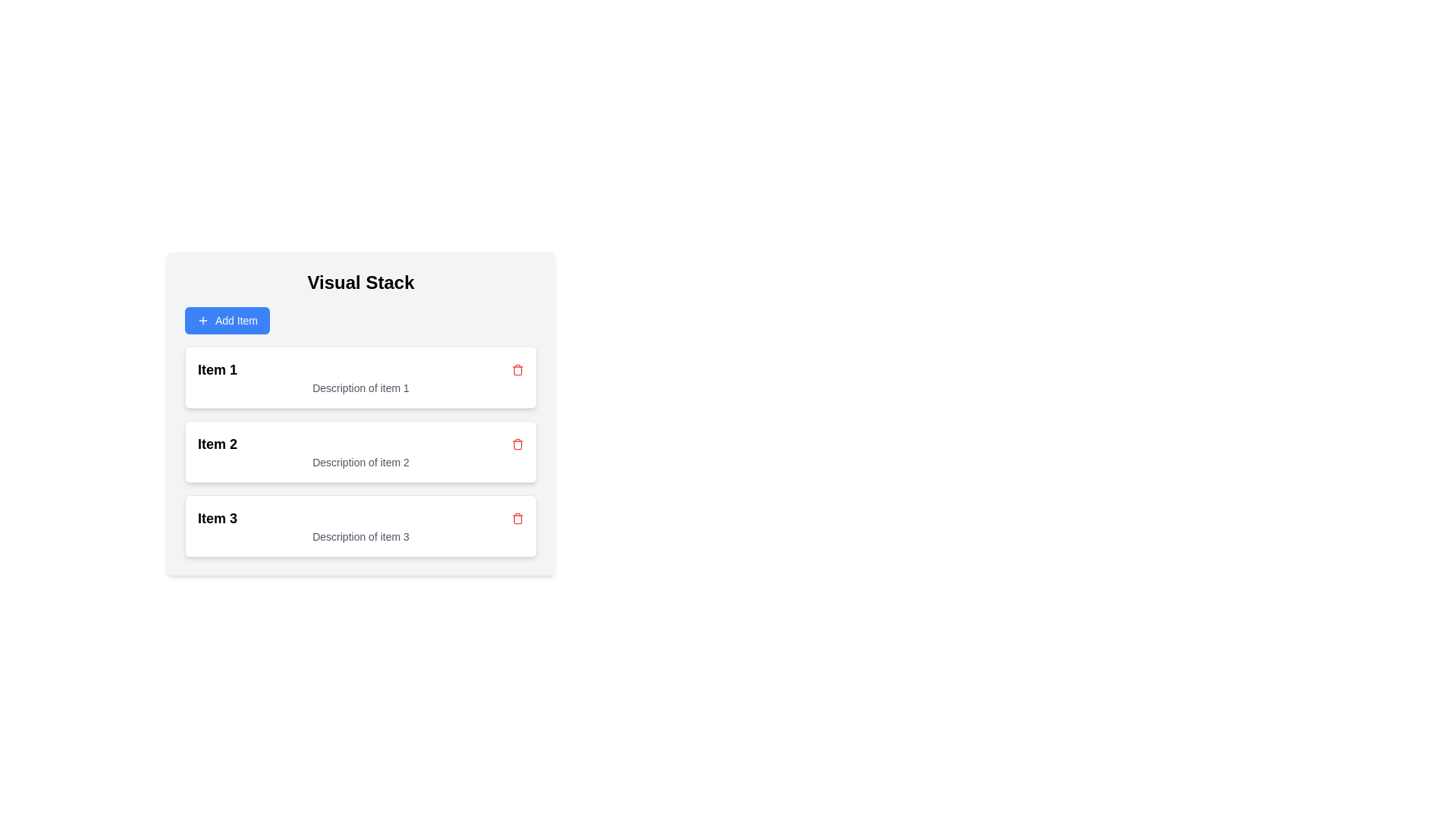 This screenshot has height=819, width=1456. What do you see at coordinates (202, 320) in the screenshot?
I see `the 'Add' SVG Icon that is located within the blue 'Add Item' button, positioned at the top-left of the interface, to the left of the button's text` at bounding box center [202, 320].